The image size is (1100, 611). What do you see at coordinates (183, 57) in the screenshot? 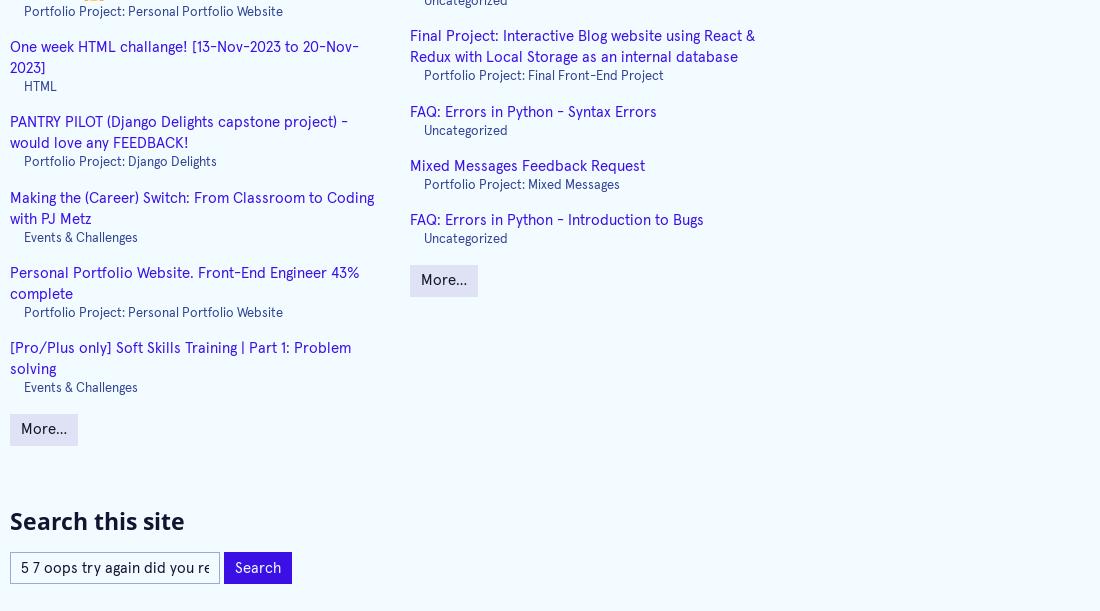
I see `'One week HTML challange! [13-Nov-2023 to 20-Nov-2023]'` at bounding box center [183, 57].